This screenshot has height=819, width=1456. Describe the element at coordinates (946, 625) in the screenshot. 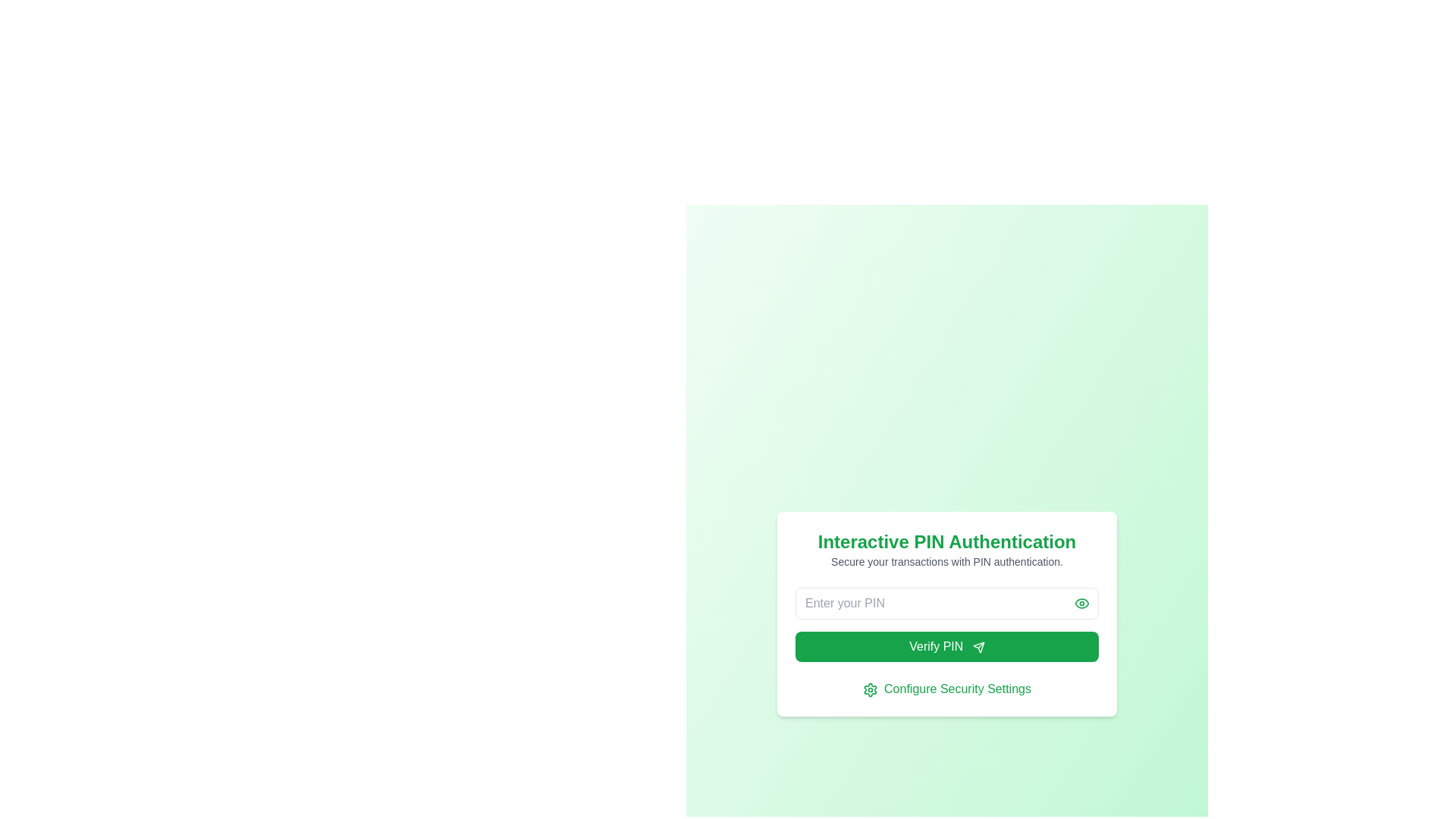

I see `the green button labeled 'Verify PIN' to observe the hover effects` at that location.